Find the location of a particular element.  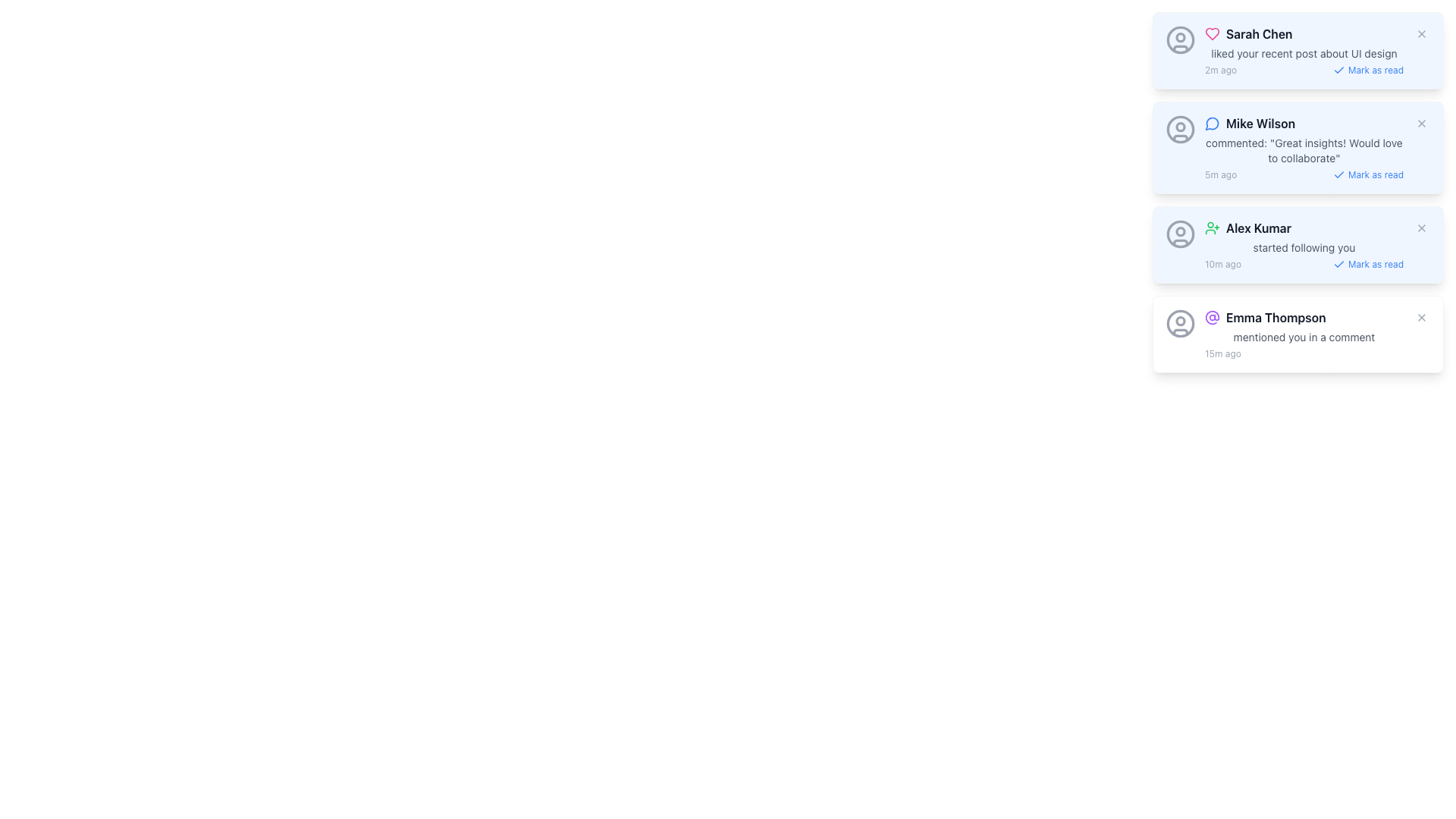

the 'like' icon located to the left of the name text 'Sarah Chen' in the notification component is located at coordinates (1211, 34).